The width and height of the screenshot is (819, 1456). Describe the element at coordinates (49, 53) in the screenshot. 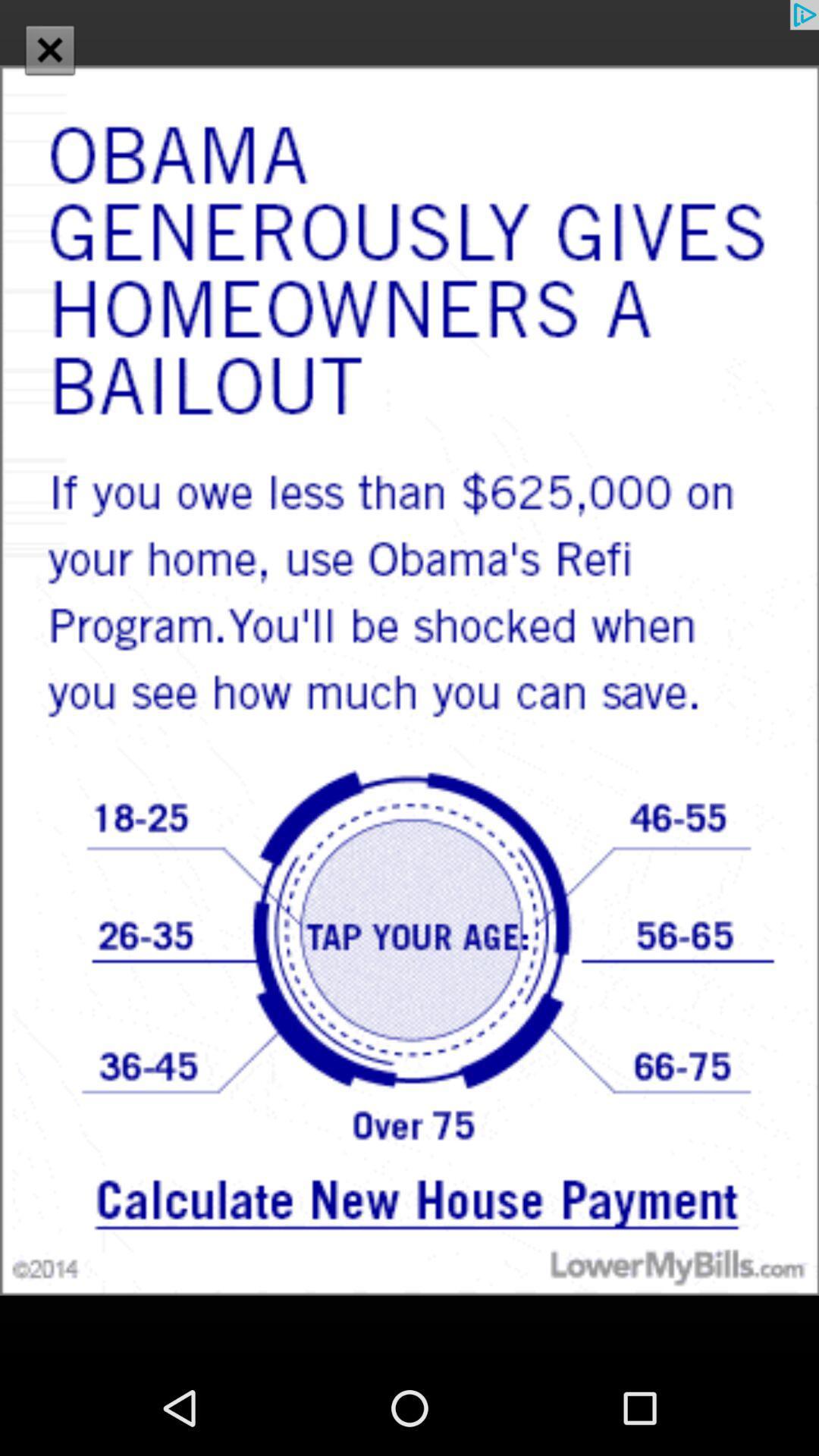

I see `the close icon` at that location.